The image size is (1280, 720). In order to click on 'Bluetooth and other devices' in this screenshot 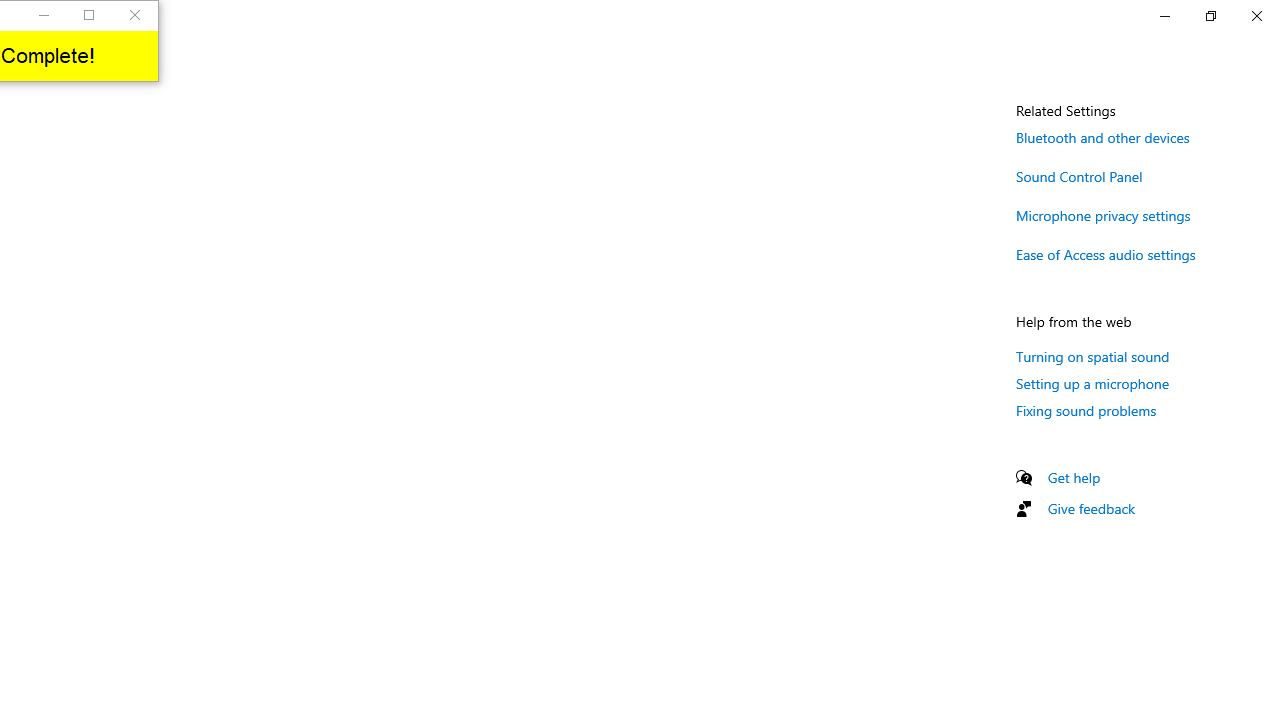, I will do `click(1102, 136)`.